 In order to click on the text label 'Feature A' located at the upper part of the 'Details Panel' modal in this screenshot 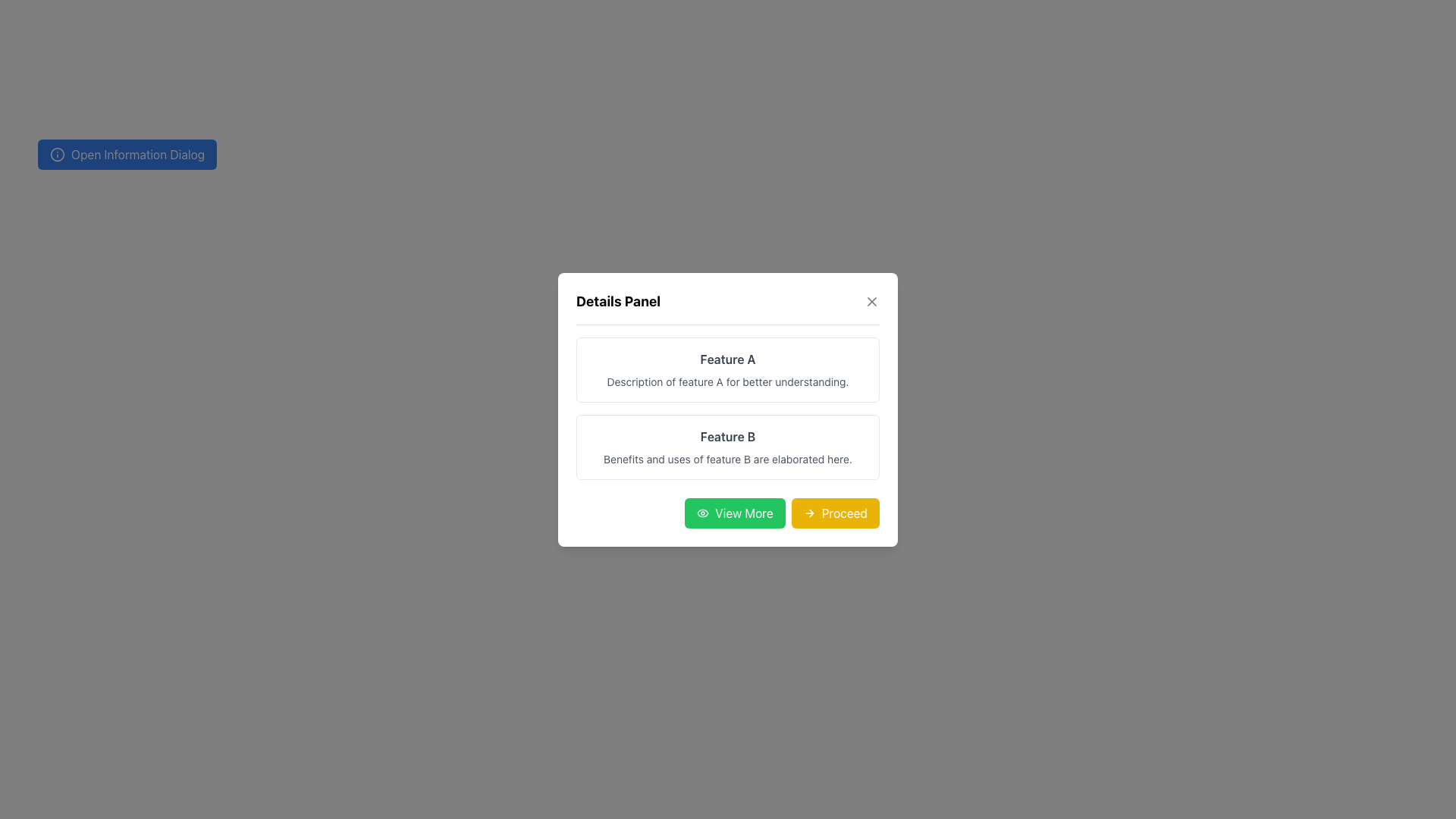, I will do `click(728, 359)`.